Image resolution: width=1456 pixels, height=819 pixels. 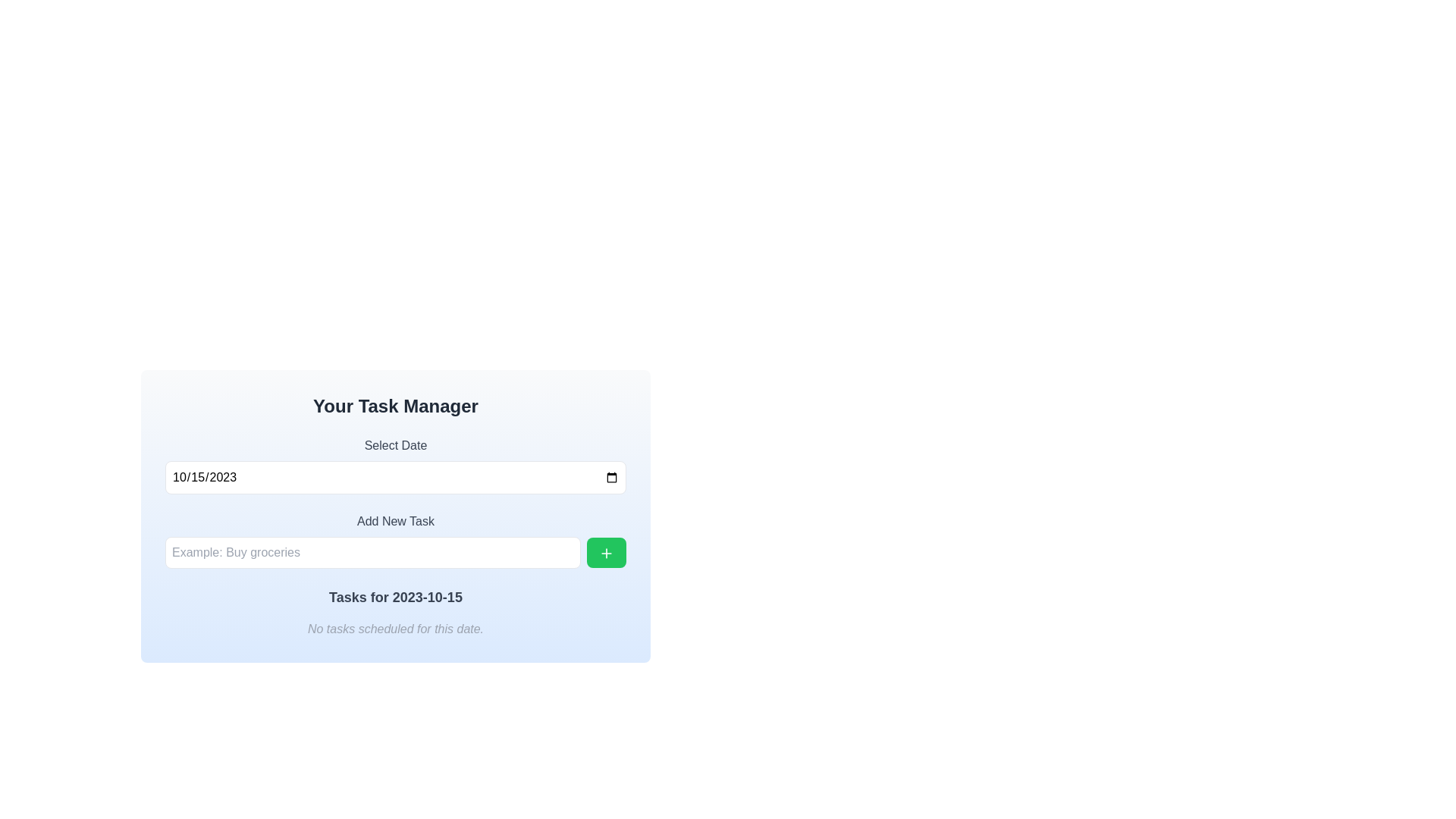 I want to click on the 'Add' button represented by a plus symbol for keyboard navigation, so click(x=607, y=553).